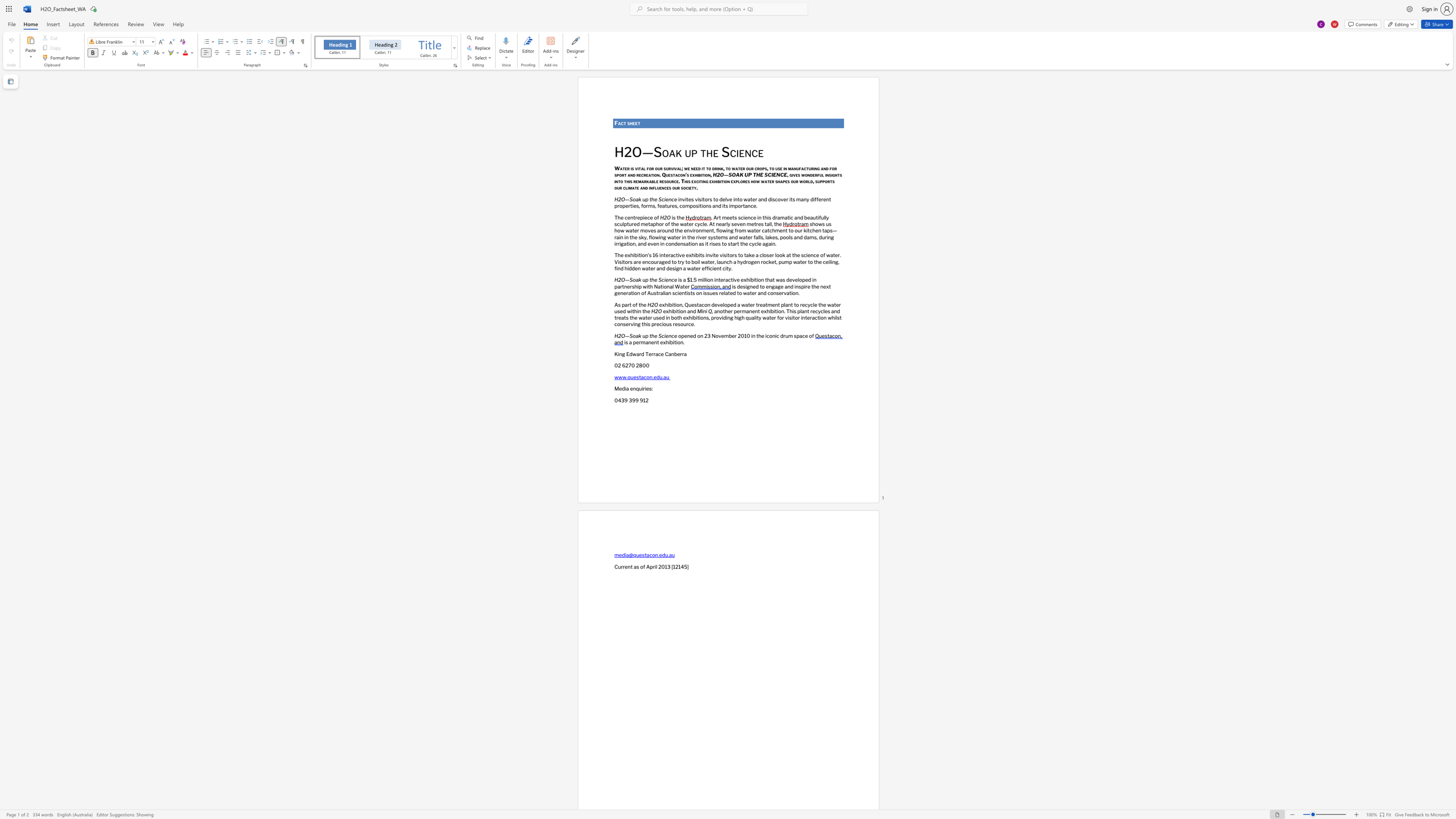 The width and height of the screenshot is (1456, 819). I want to click on the subset text "ane" within the text "is a permanent exhibition.", so click(645, 341).